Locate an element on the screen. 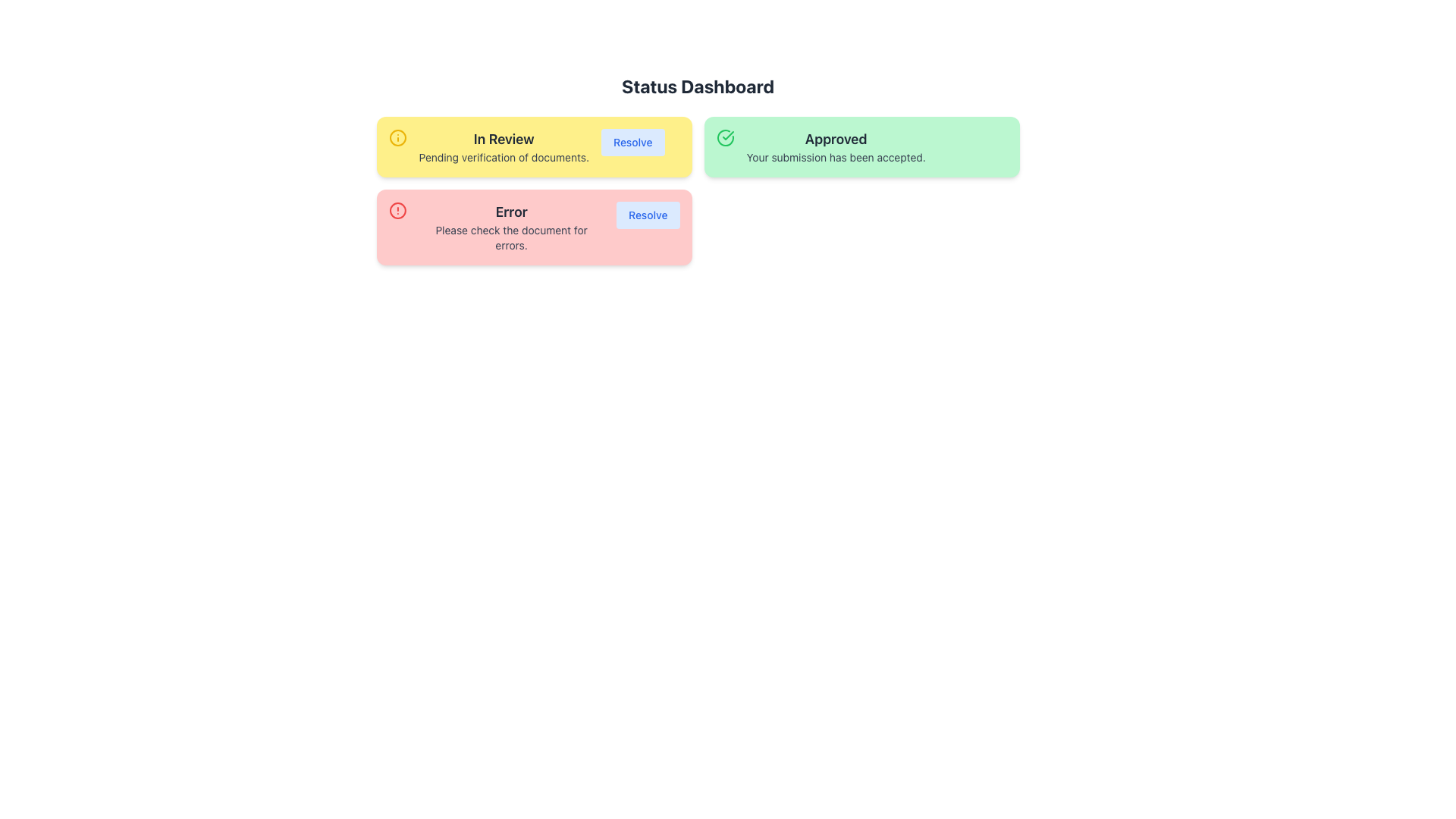 Image resolution: width=1456 pixels, height=819 pixels. the Notification card indicating 'In Review' state is located at coordinates (534, 146).